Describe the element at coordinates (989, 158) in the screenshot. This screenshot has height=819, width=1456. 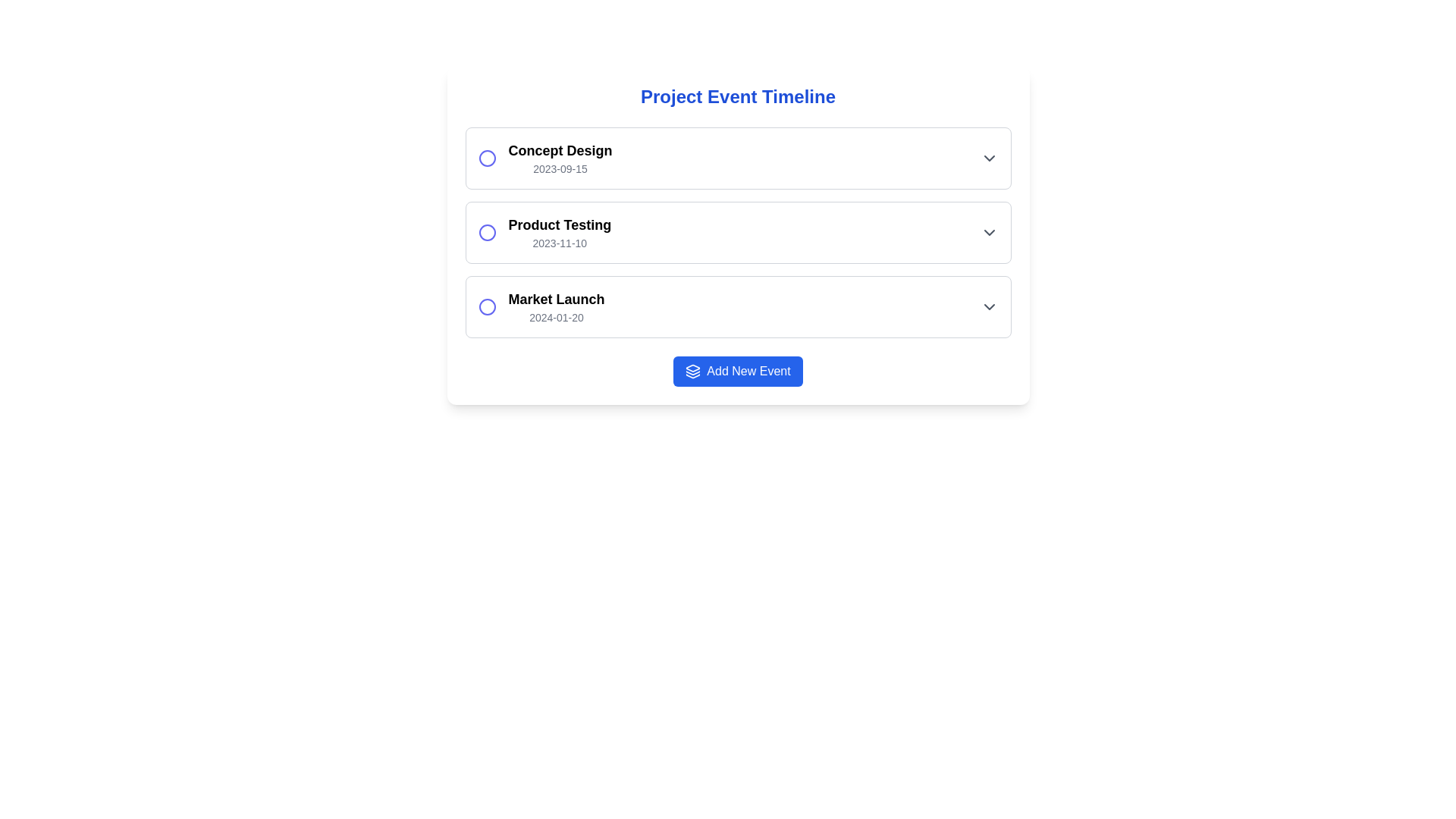
I see `the chevron-down icon at the far right end of the list item row containing 'Concept Design' and '2023-09-15'` at that location.